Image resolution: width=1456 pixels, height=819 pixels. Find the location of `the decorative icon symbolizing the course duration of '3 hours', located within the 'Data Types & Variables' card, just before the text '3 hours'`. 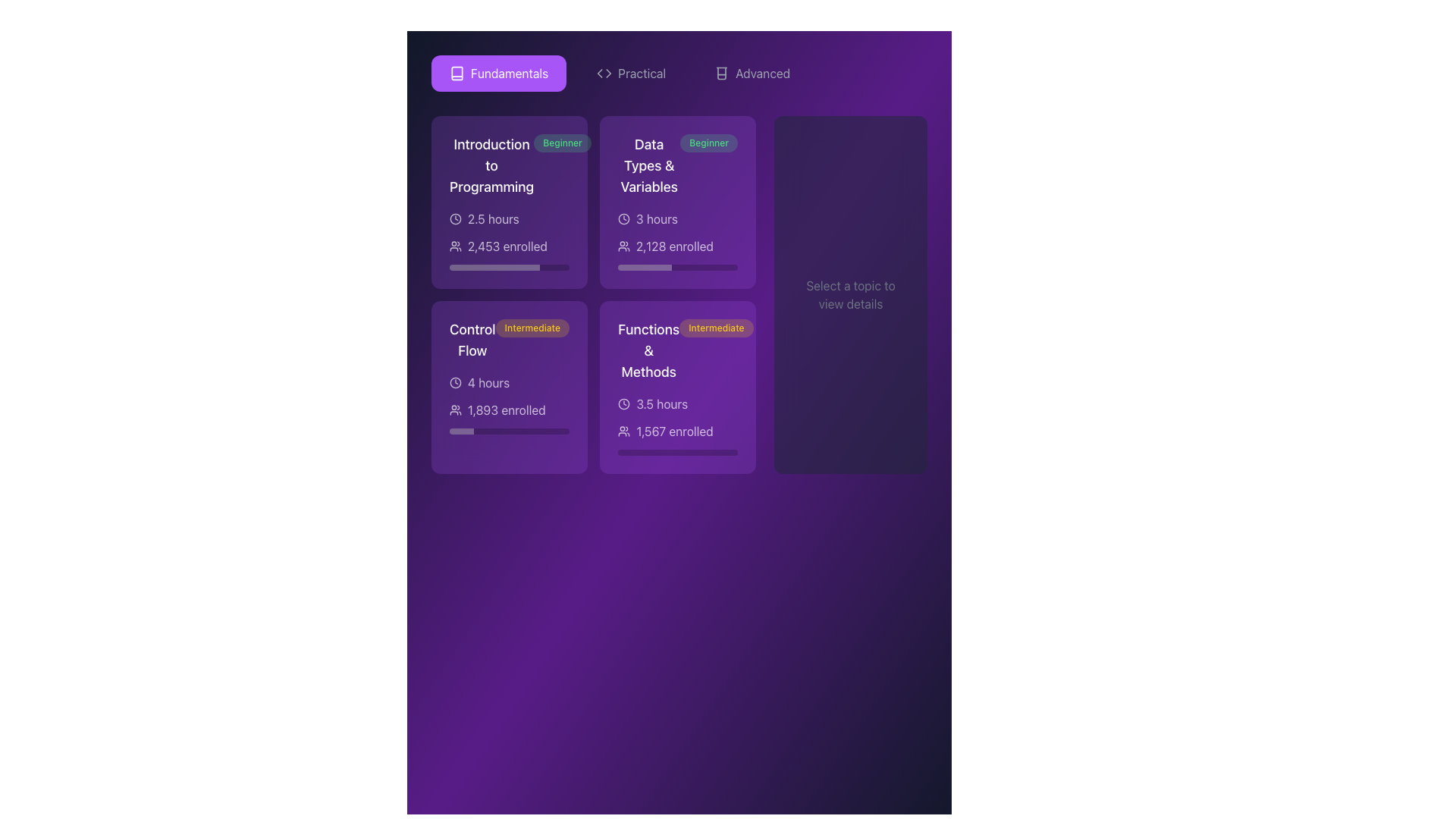

the decorative icon symbolizing the course duration of '3 hours', located within the 'Data Types & Variables' card, just before the text '3 hours' is located at coordinates (623, 219).